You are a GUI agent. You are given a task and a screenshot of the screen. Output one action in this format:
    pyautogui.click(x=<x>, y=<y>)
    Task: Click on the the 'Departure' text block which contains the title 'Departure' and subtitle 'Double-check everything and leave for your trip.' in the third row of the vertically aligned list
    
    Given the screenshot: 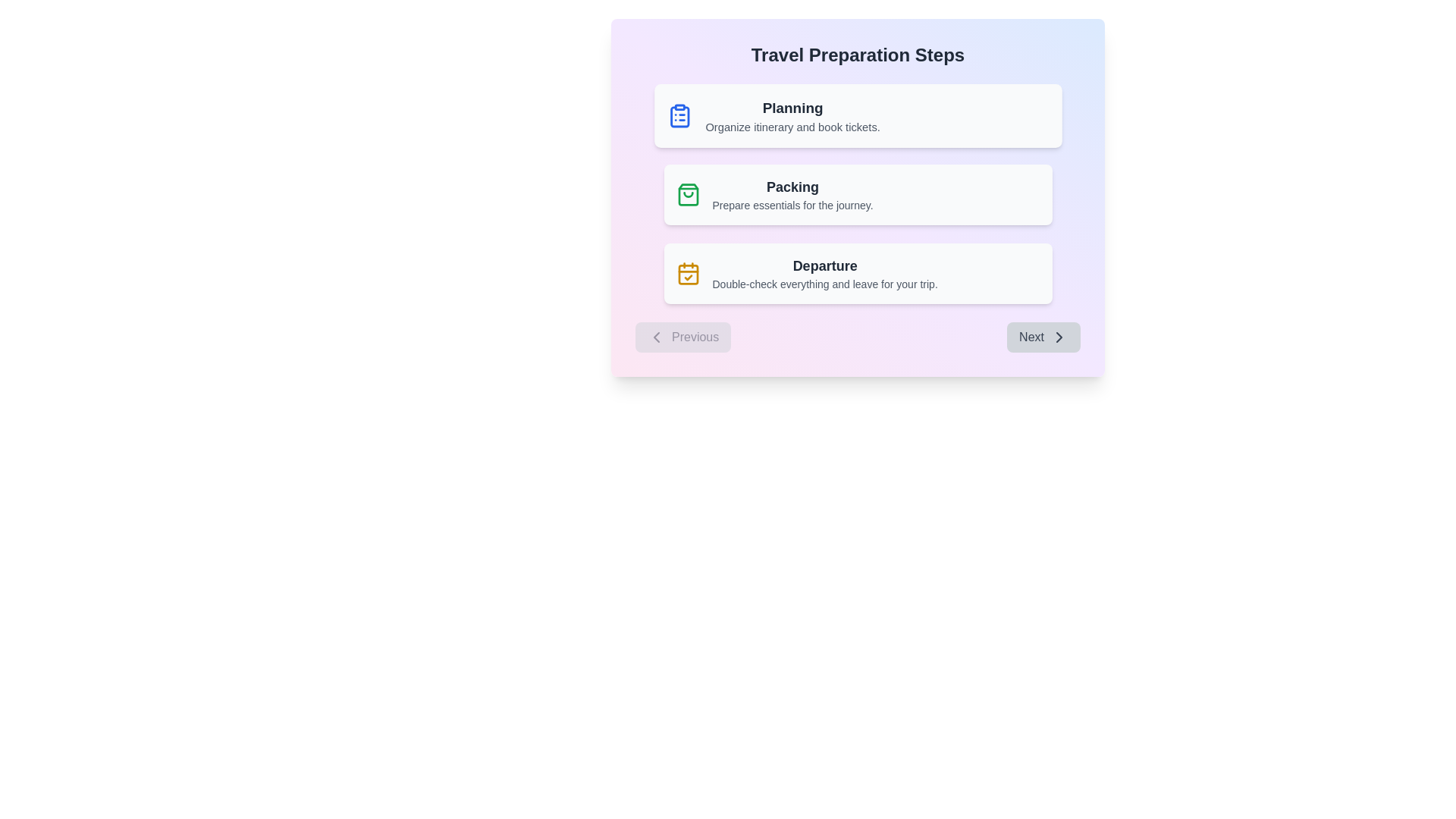 What is the action you would take?
    pyautogui.click(x=824, y=274)
    